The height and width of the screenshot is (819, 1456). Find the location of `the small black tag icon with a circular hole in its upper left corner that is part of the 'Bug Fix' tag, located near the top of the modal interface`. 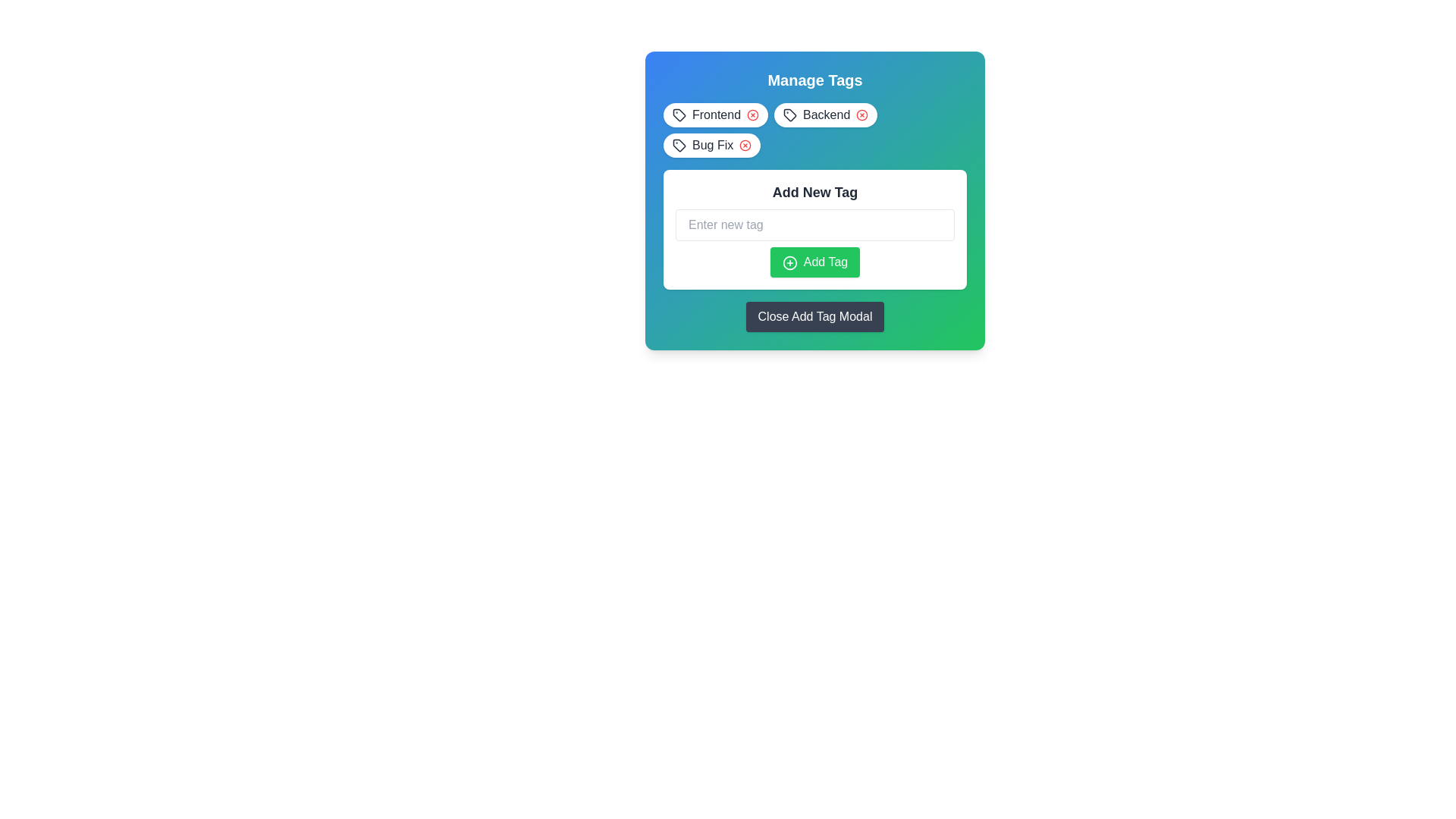

the small black tag icon with a circular hole in its upper left corner that is part of the 'Bug Fix' tag, located near the top of the modal interface is located at coordinates (679, 146).